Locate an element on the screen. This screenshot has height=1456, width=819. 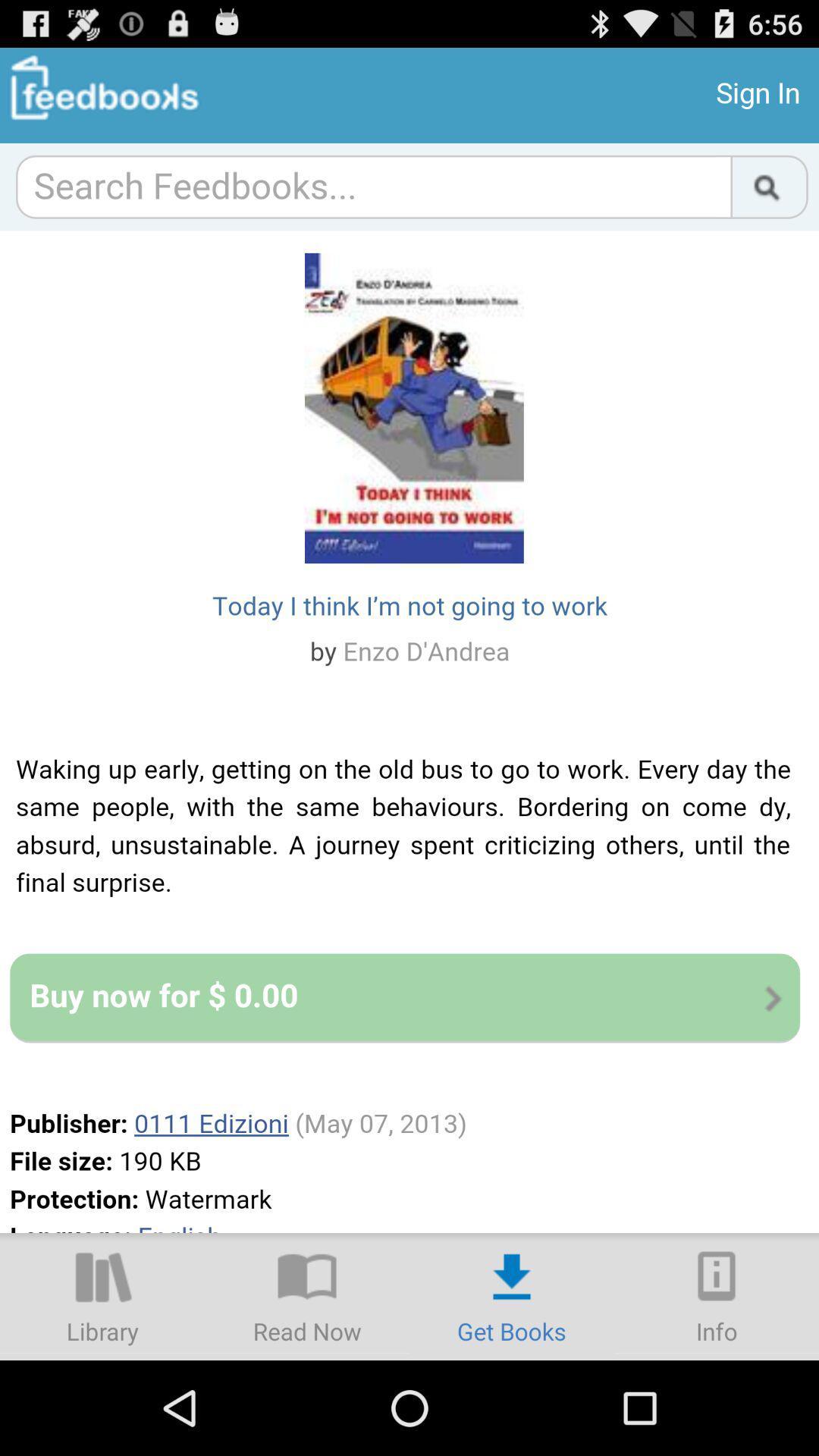
more details is located at coordinates (717, 1295).